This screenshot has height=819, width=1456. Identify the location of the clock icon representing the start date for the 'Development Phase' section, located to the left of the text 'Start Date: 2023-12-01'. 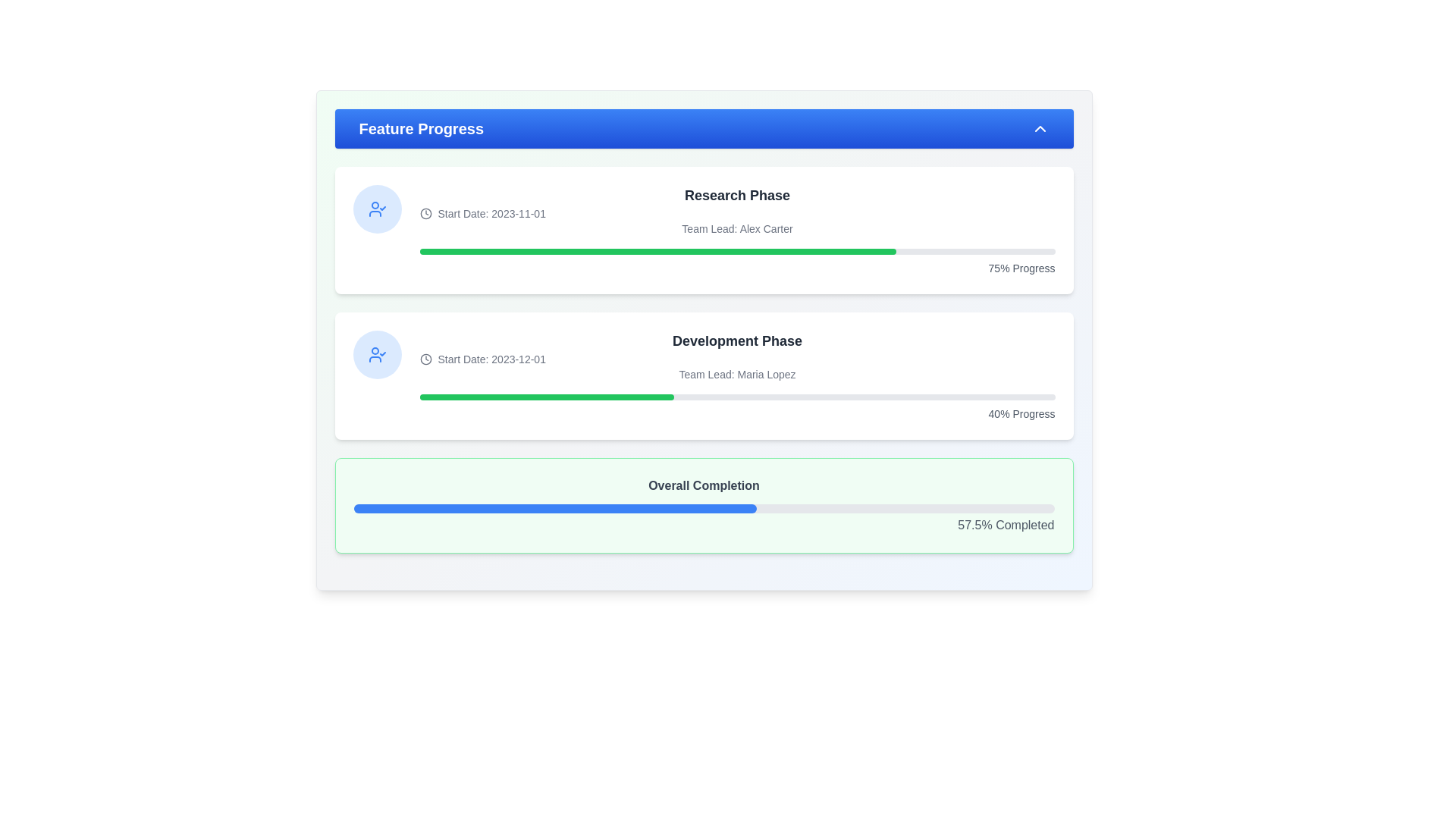
(425, 359).